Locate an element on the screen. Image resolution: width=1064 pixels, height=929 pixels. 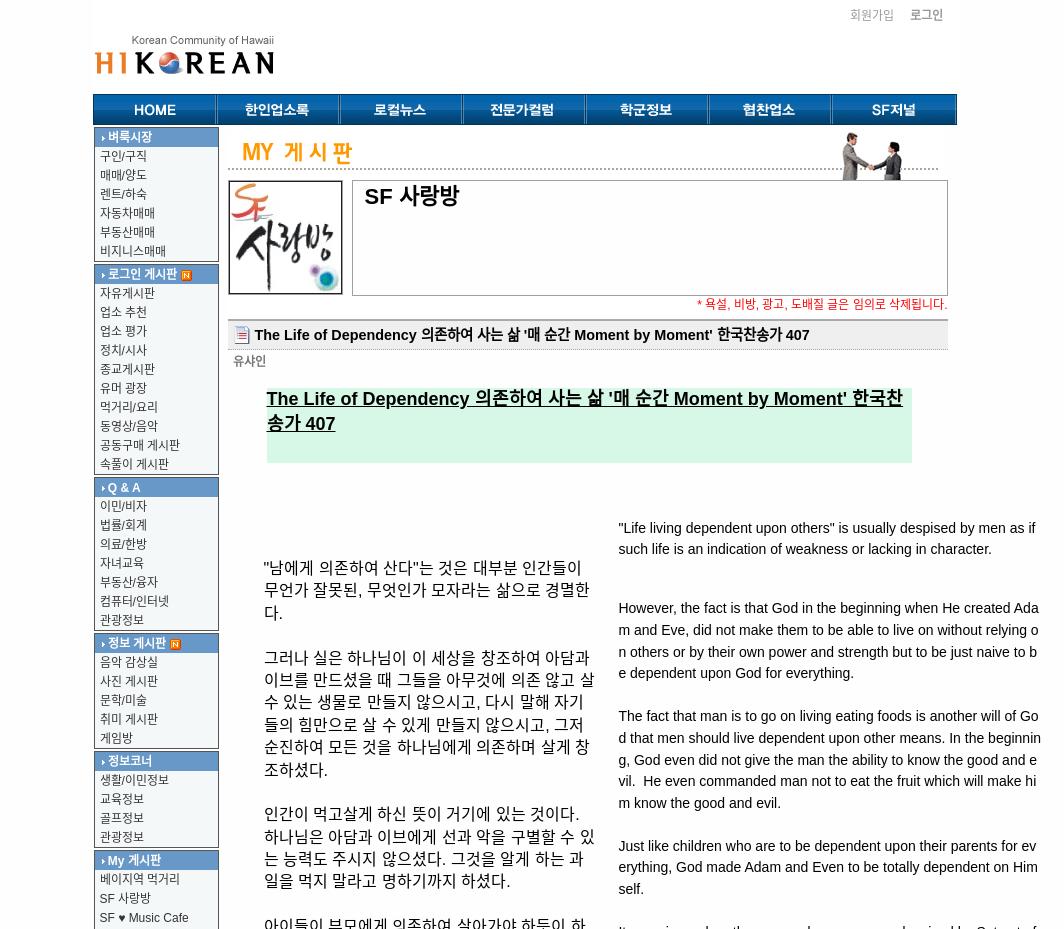
'* 욕설, 비방, 광고, 도배질 글은 임의로 삭제됩니다.' is located at coordinates (697, 304).